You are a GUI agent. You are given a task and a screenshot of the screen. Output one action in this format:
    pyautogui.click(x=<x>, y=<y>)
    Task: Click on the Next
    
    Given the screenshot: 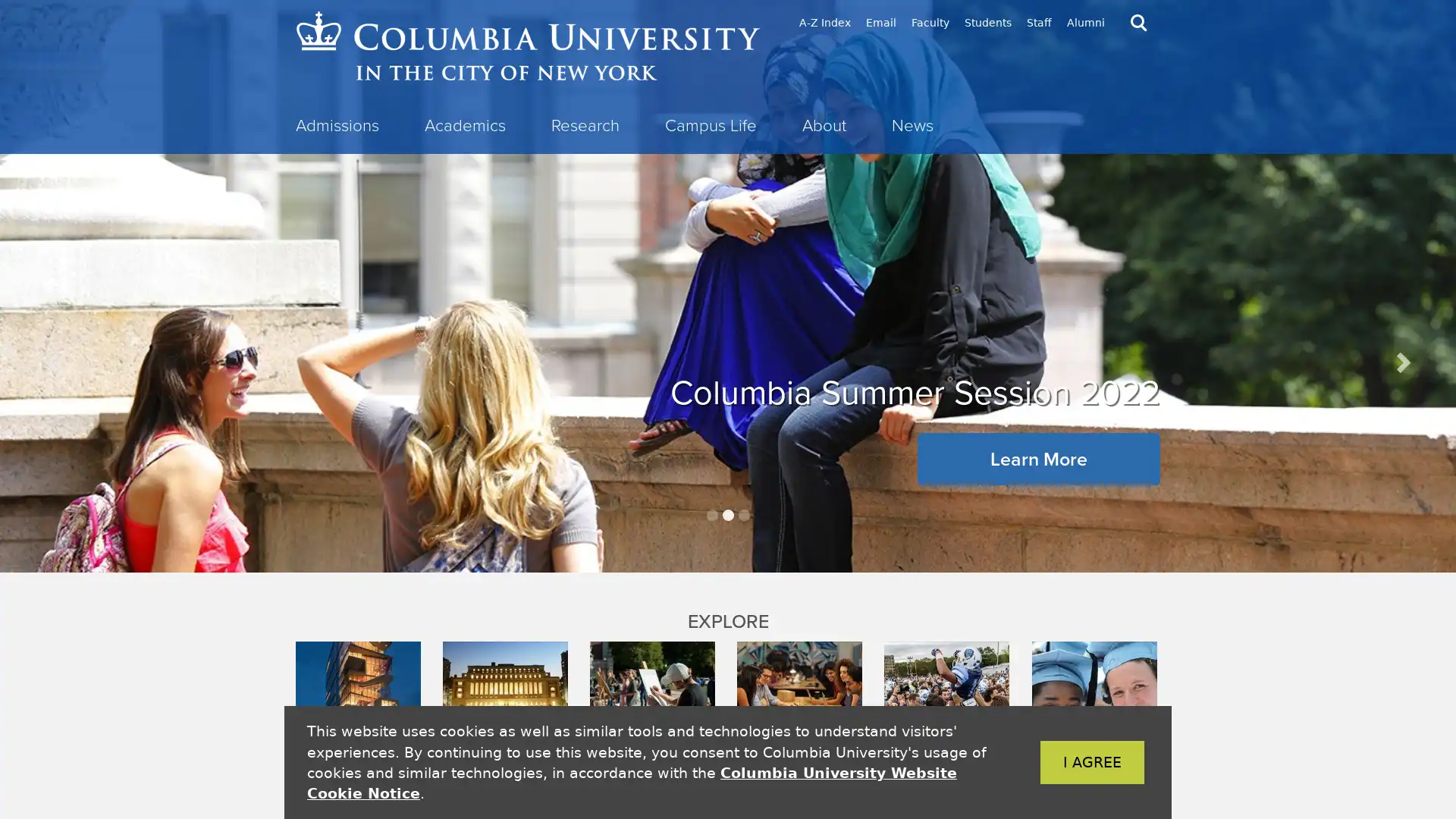 What is the action you would take?
    pyautogui.click(x=1401, y=362)
    